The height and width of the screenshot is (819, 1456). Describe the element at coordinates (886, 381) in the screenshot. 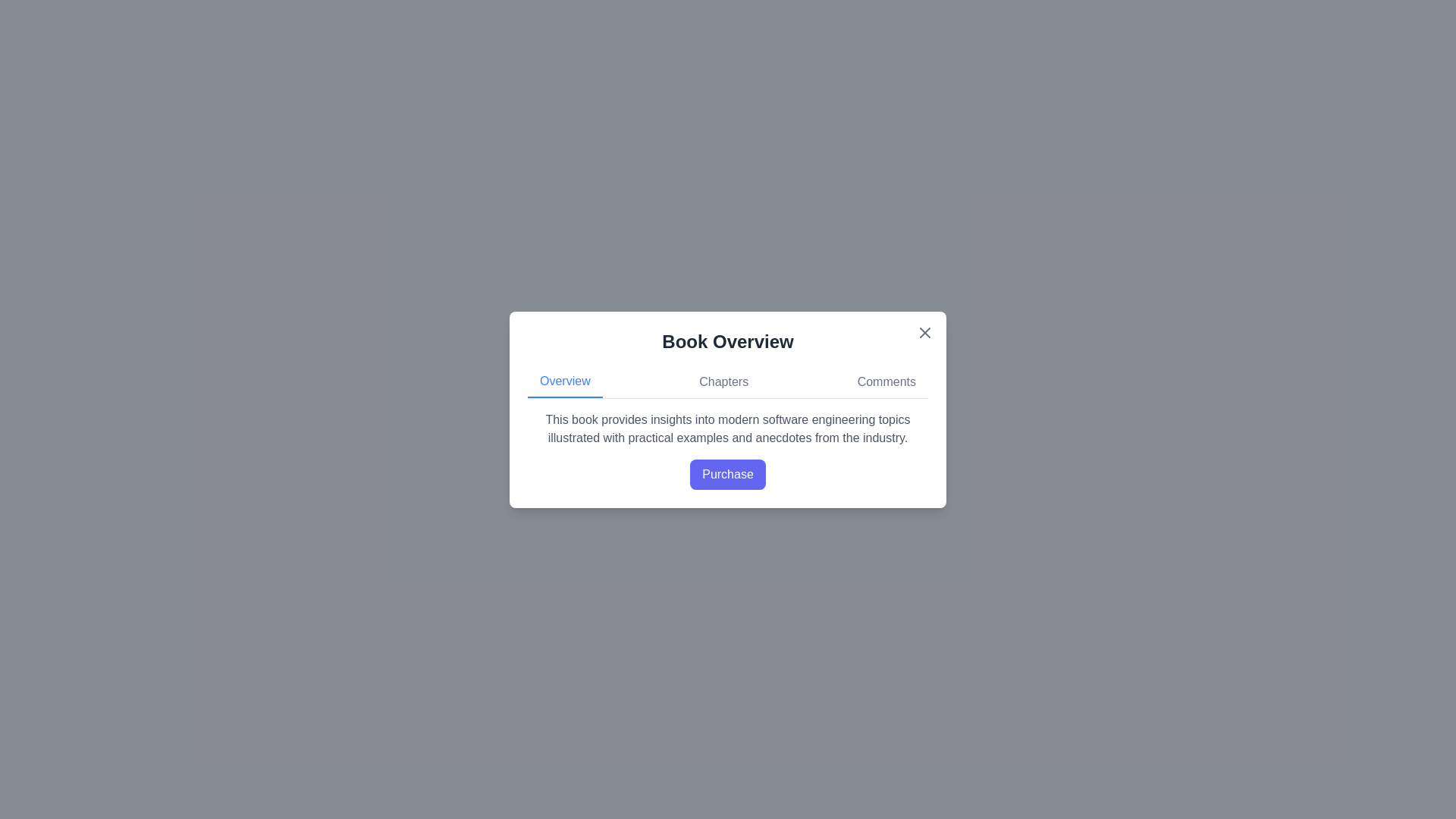

I see `the 'Comments' tab, which is the third tab in a horizontal row, located to the right of 'Chapters' and 'Overview' in the upper middle section of the pop-up` at that location.